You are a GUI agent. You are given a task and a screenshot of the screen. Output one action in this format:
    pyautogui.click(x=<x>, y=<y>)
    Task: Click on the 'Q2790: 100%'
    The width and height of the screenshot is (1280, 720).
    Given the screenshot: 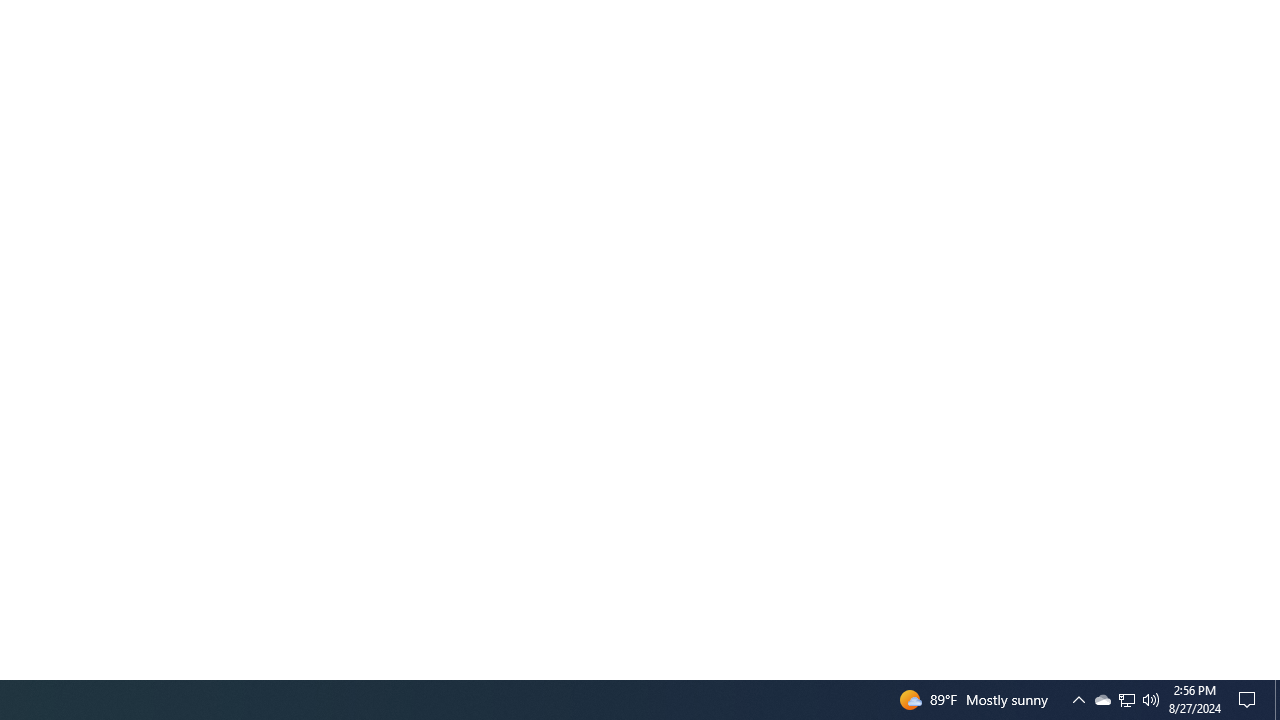 What is the action you would take?
    pyautogui.click(x=1127, y=698)
    